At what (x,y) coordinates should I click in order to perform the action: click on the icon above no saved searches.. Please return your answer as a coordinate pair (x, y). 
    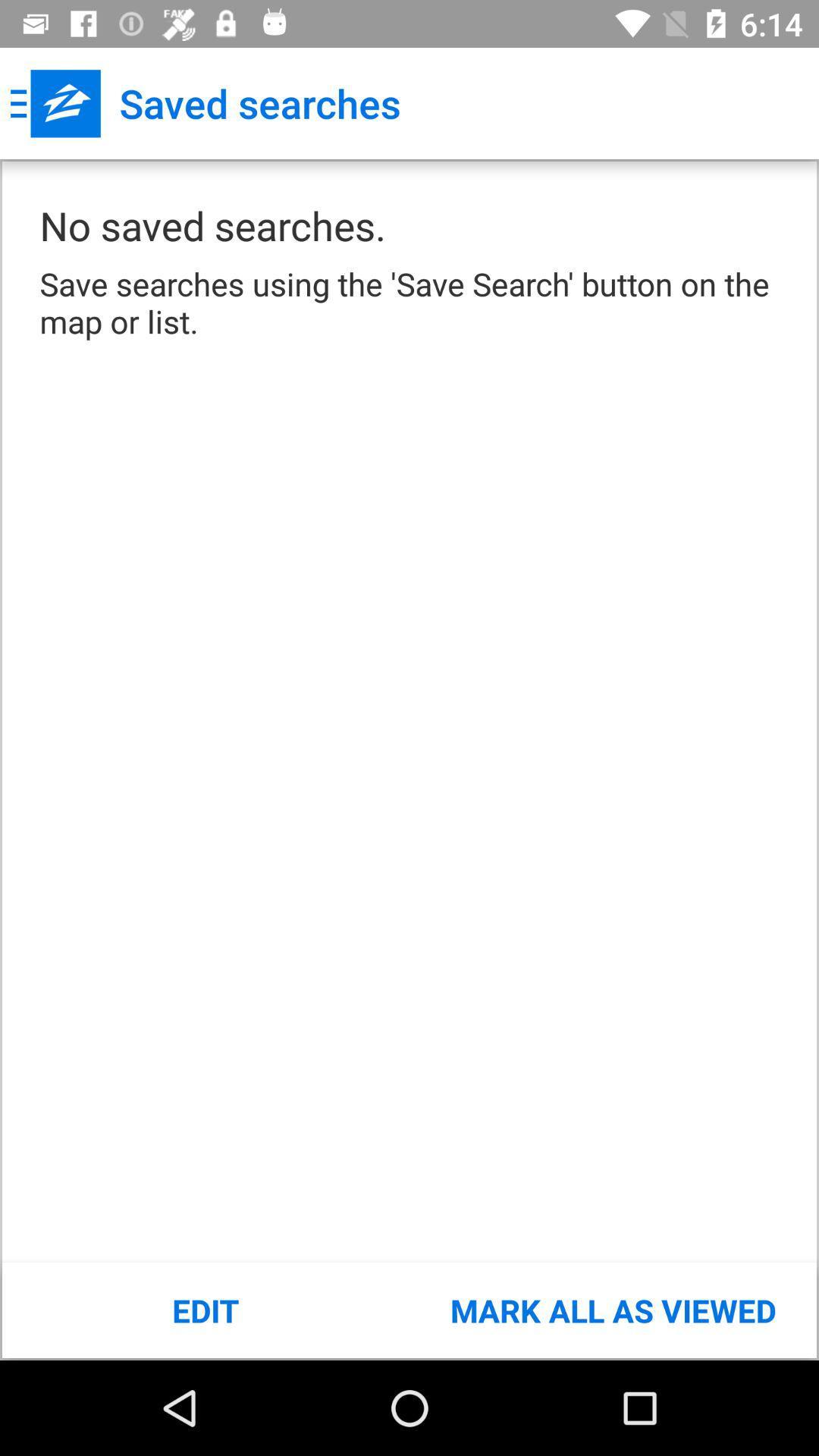
    Looking at the image, I should click on (55, 102).